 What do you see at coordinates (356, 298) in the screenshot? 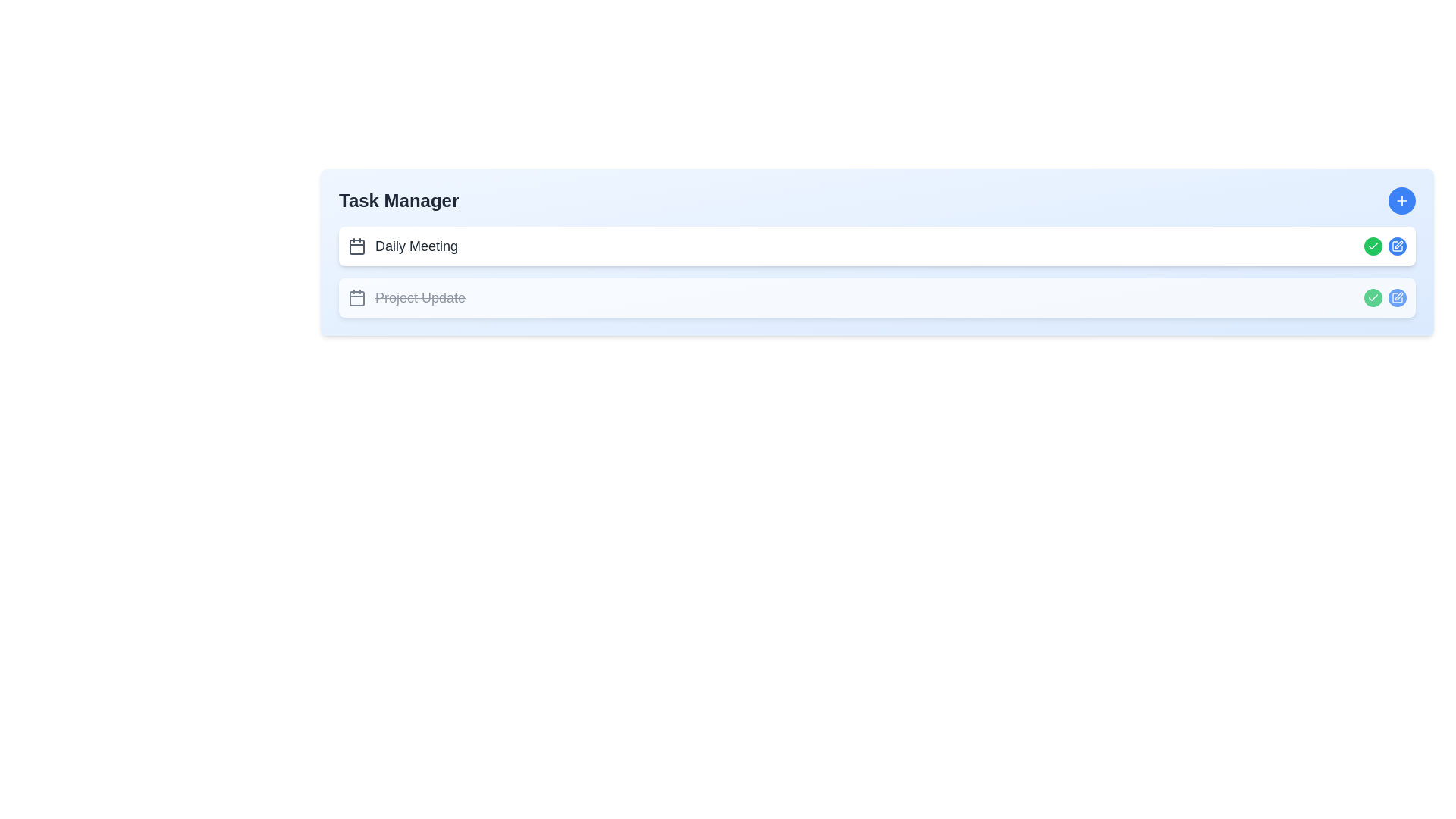
I see `the rectangular icon located at the lower central position of the calendar symbol` at bounding box center [356, 298].